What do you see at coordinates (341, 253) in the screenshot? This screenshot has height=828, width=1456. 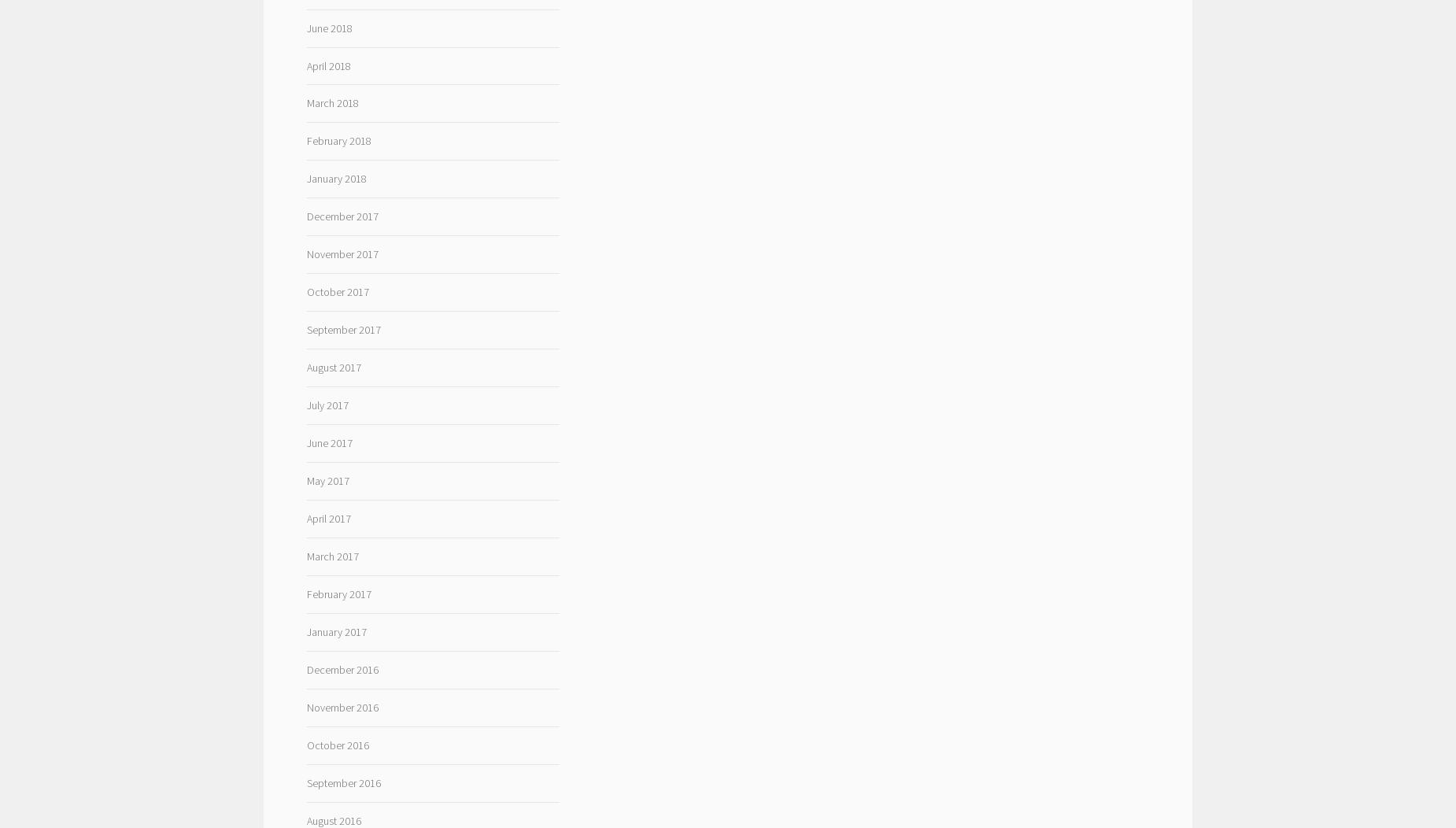 I see `'November 2017'` at bounding box center [341, 253].